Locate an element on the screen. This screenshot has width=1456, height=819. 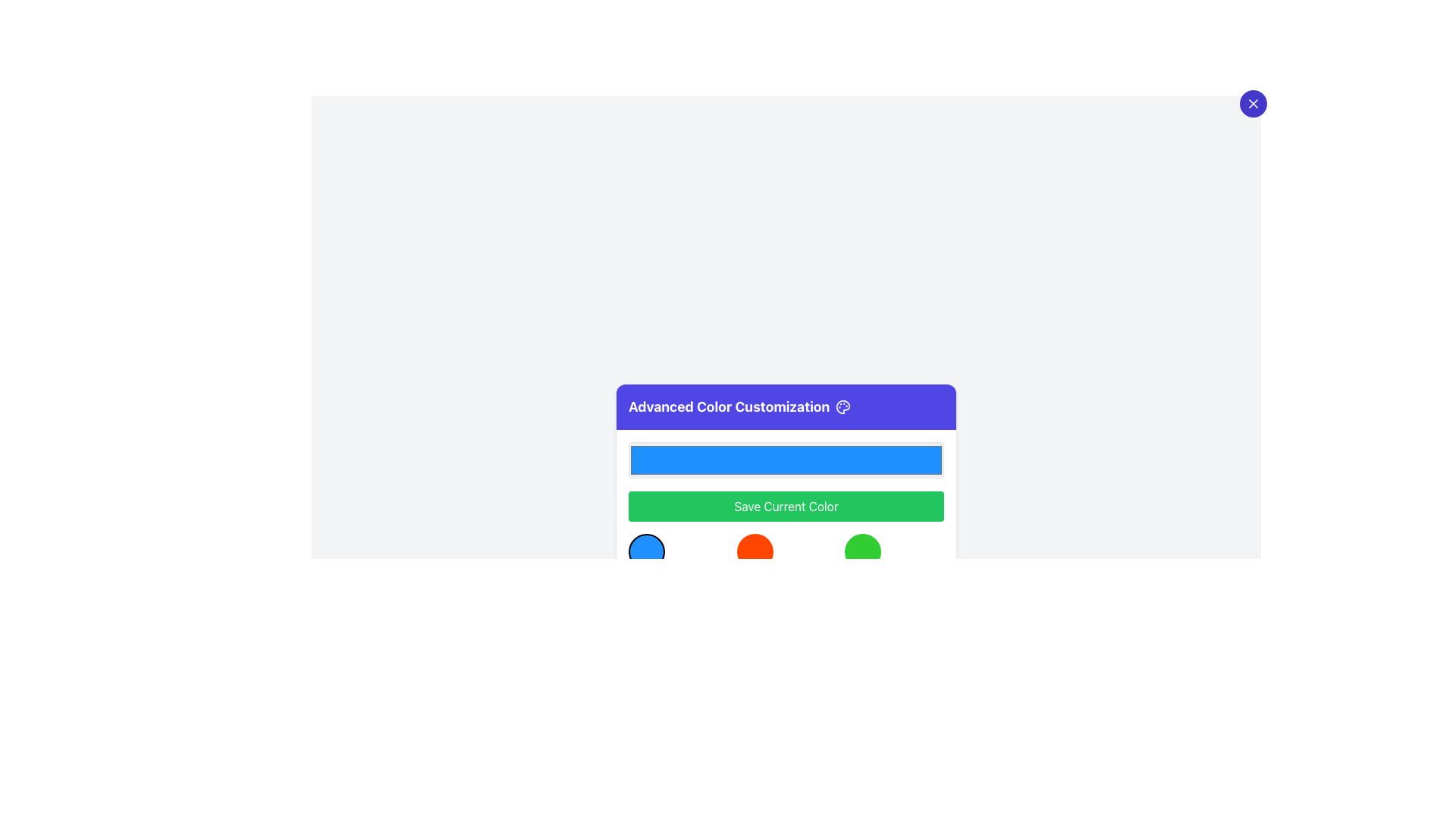
the cross icon located in the center of the purple circular button in the top-right corner is located at coordinates (1253, 103).